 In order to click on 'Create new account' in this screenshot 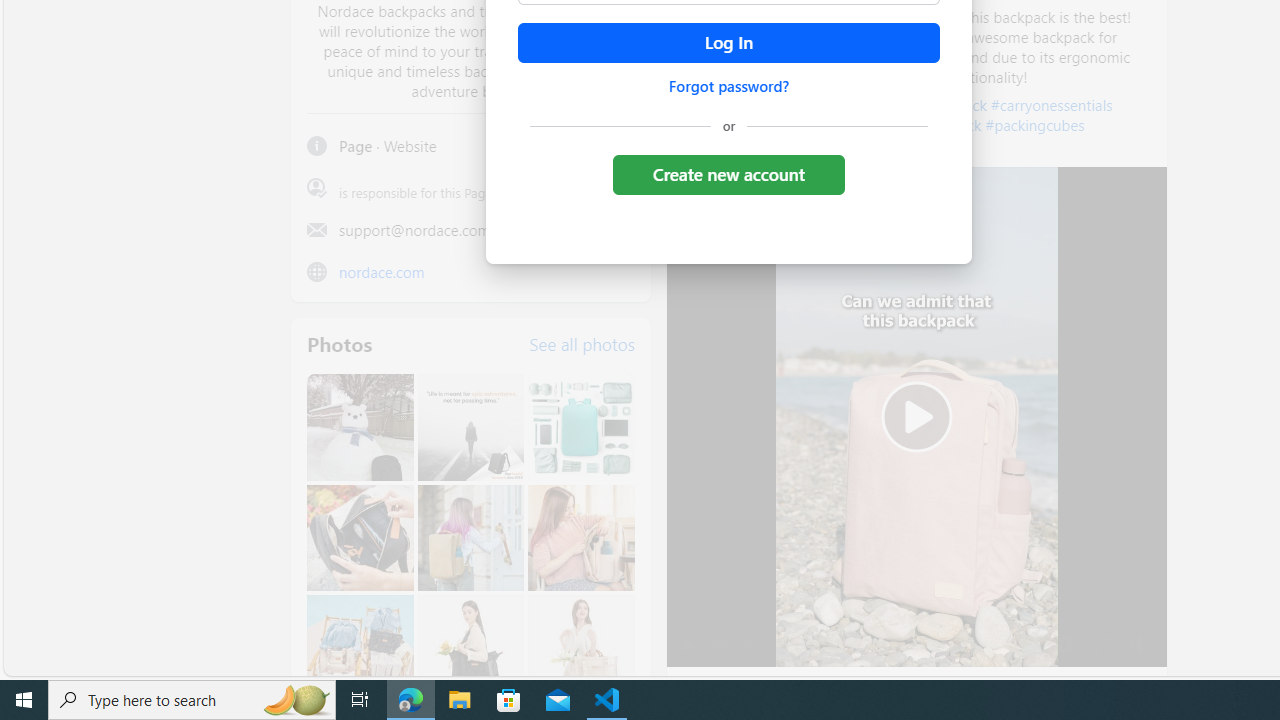, I will do `click(727, 173)`.